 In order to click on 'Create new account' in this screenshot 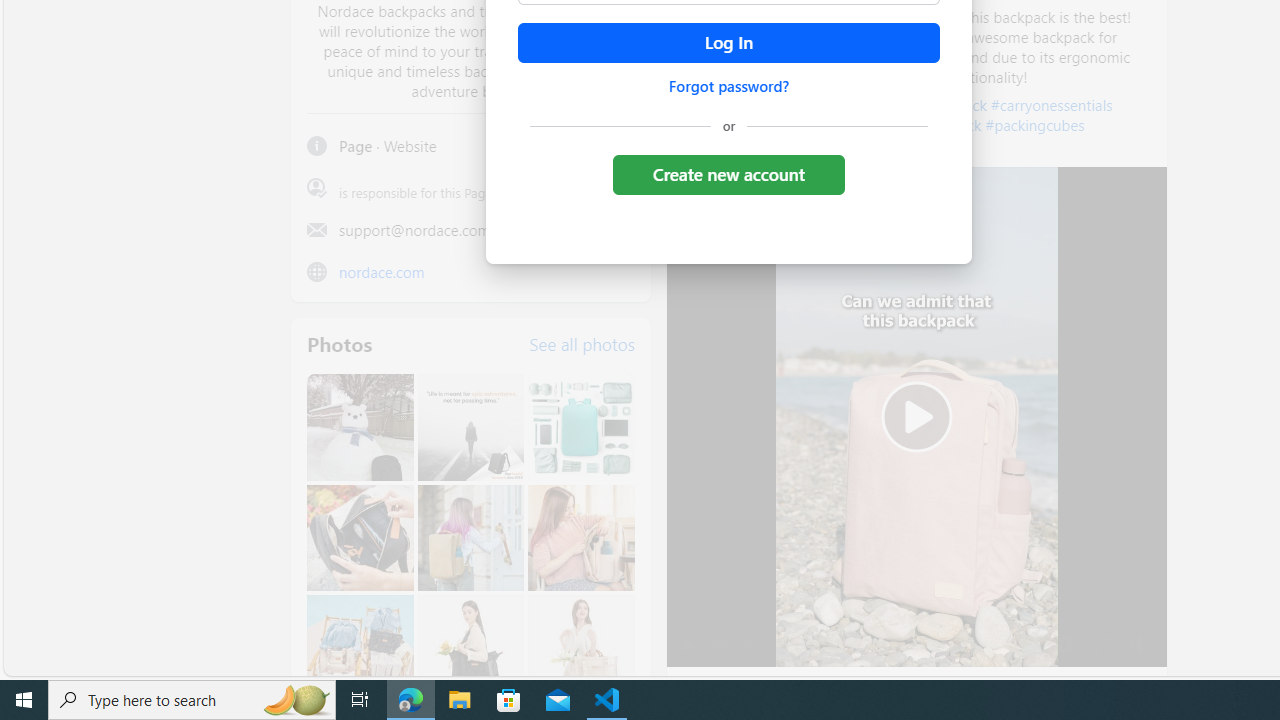, I will do `click(727, 173)`.